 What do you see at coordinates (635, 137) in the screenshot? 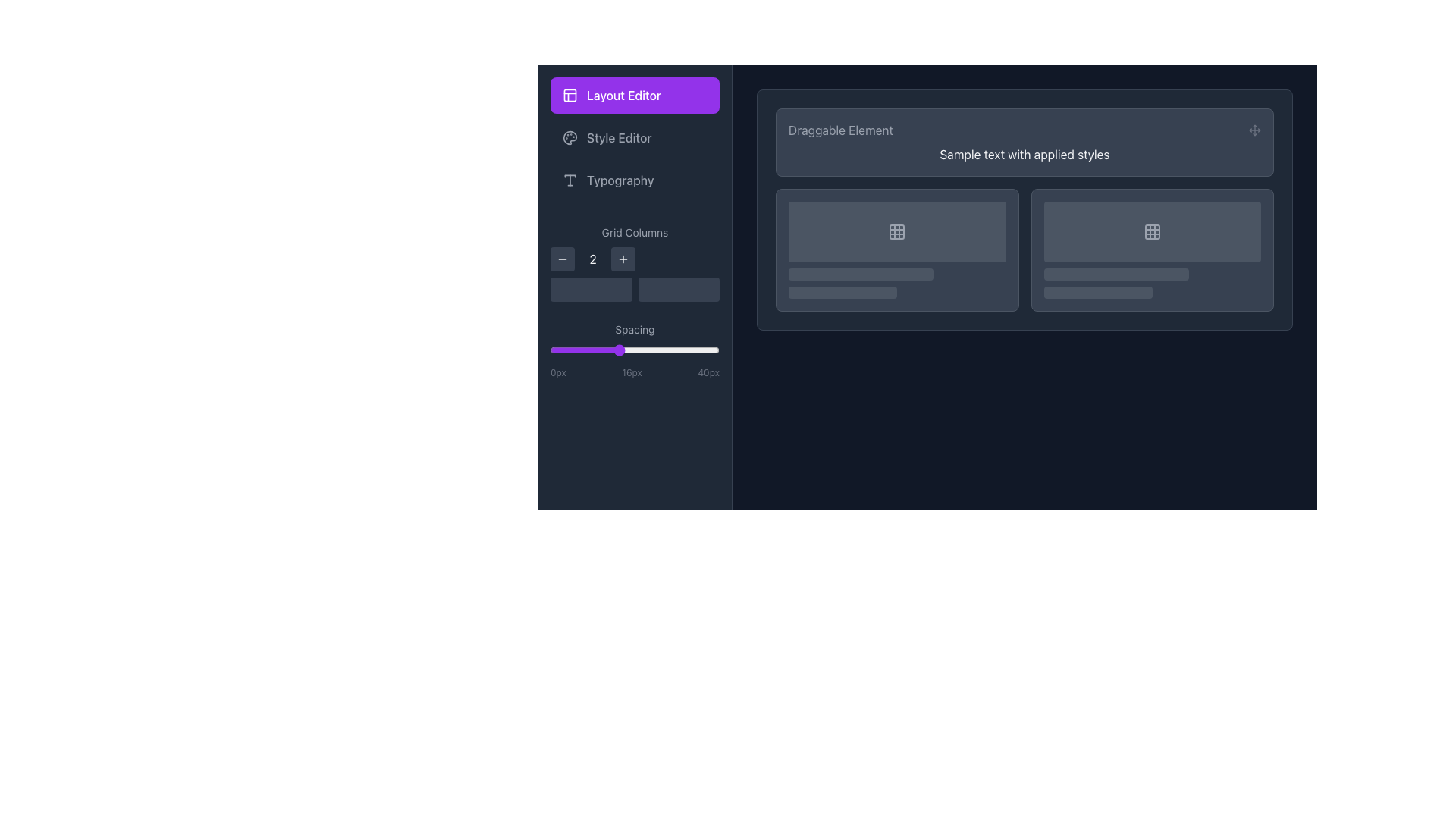
I see `the 'Style Editor' button located in the left sidebar, which is the second button in a vertical list of three buttons` at bounding box center [635, 137].